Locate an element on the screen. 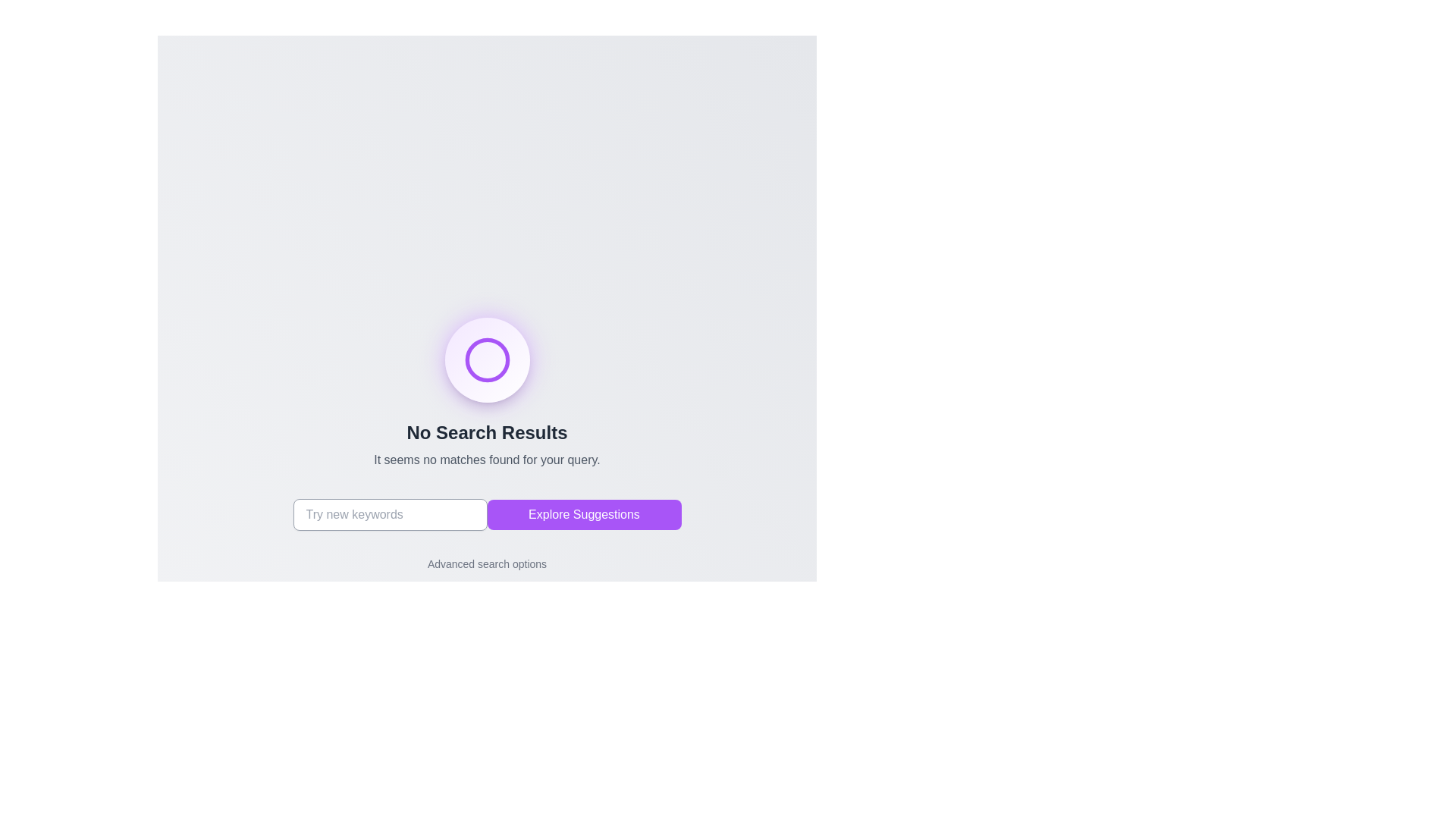 This screenshot has width=1456, height=819. the bottom-centered text link that allows users is located at coordinates (487, 563).